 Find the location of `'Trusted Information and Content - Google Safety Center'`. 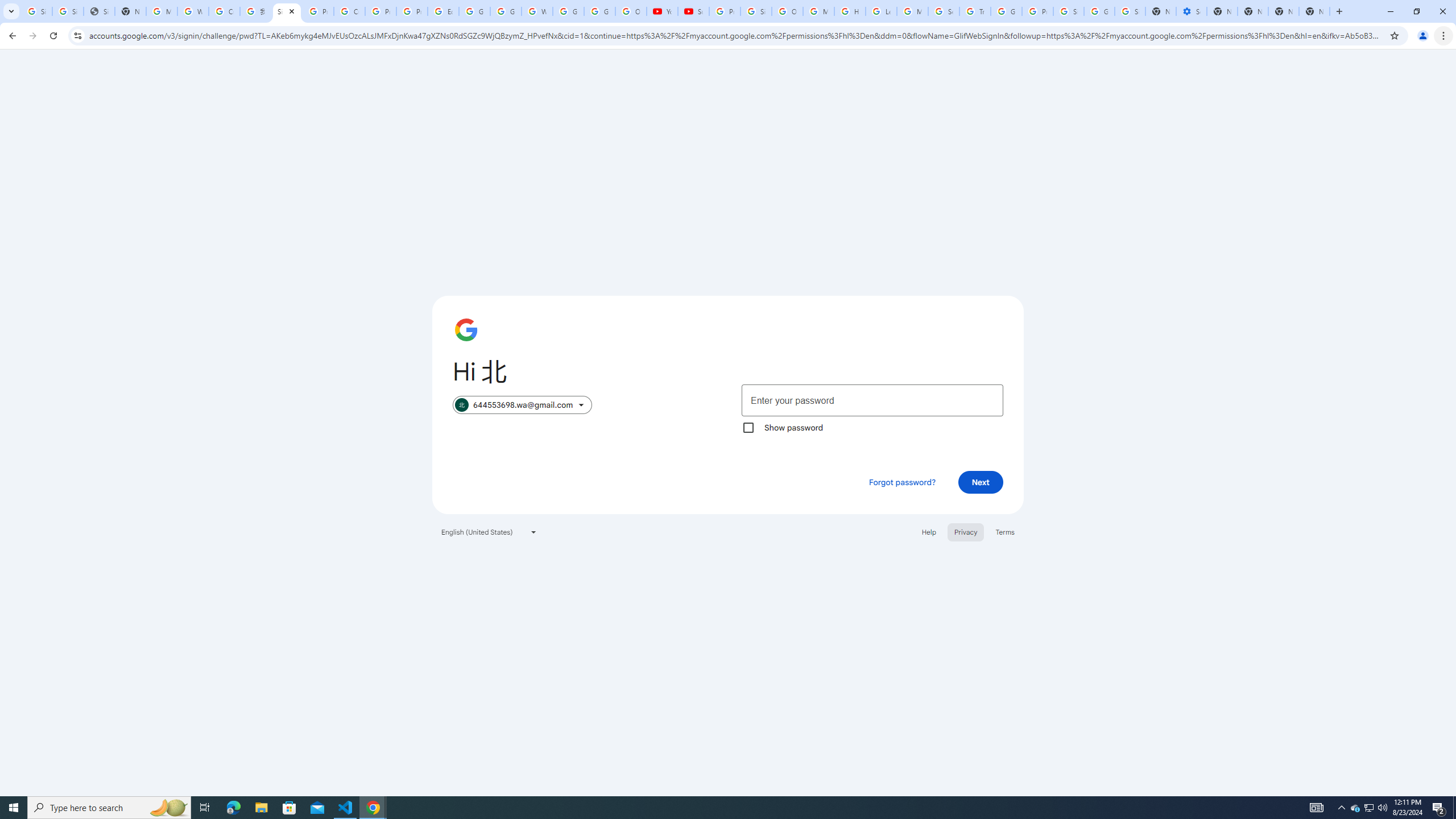

'Trusted Information and Content - Google Safety Center' is located at coordinates (974, 11).